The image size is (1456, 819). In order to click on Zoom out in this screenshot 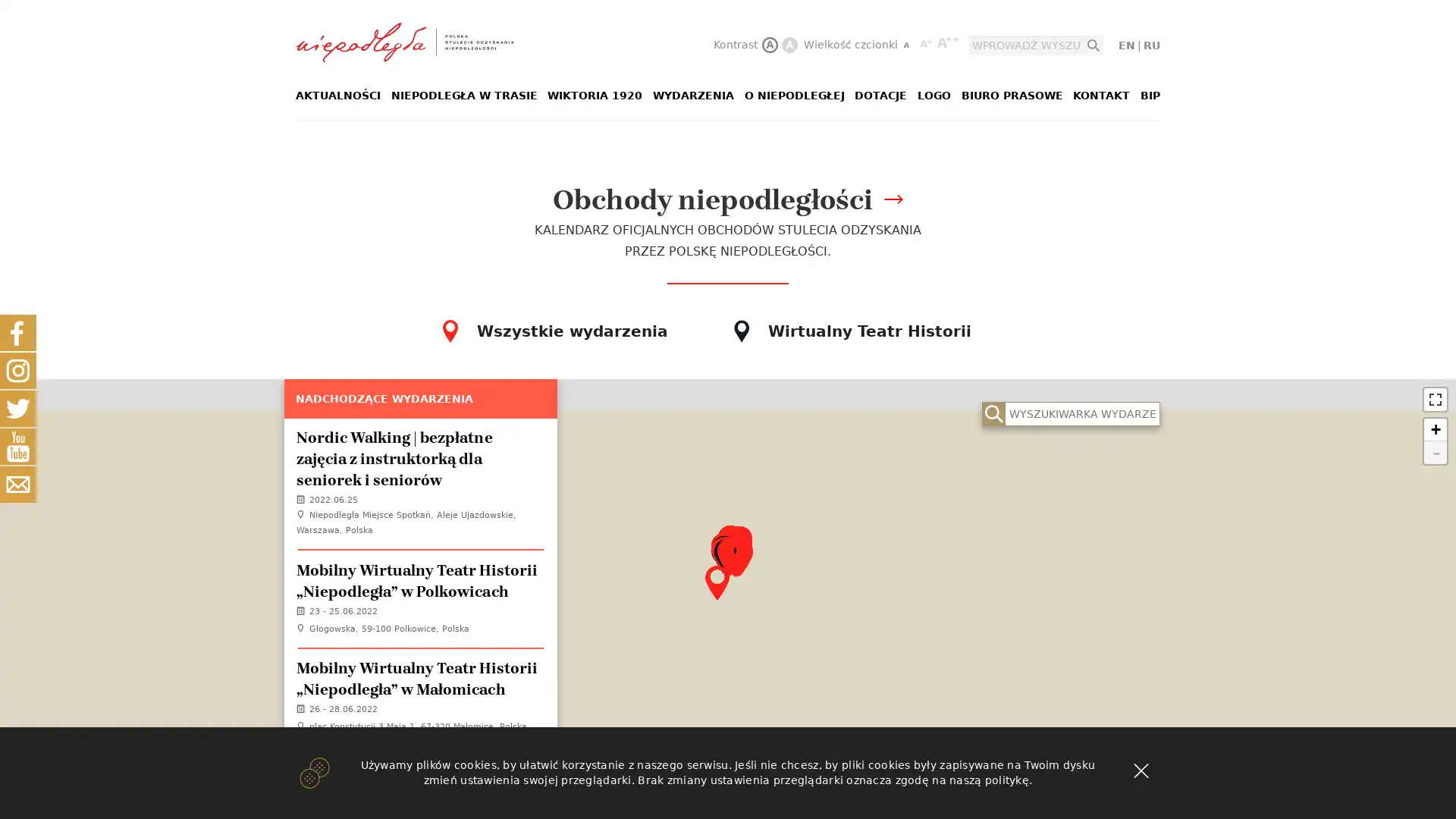, I will do `click(1434, 451)`.